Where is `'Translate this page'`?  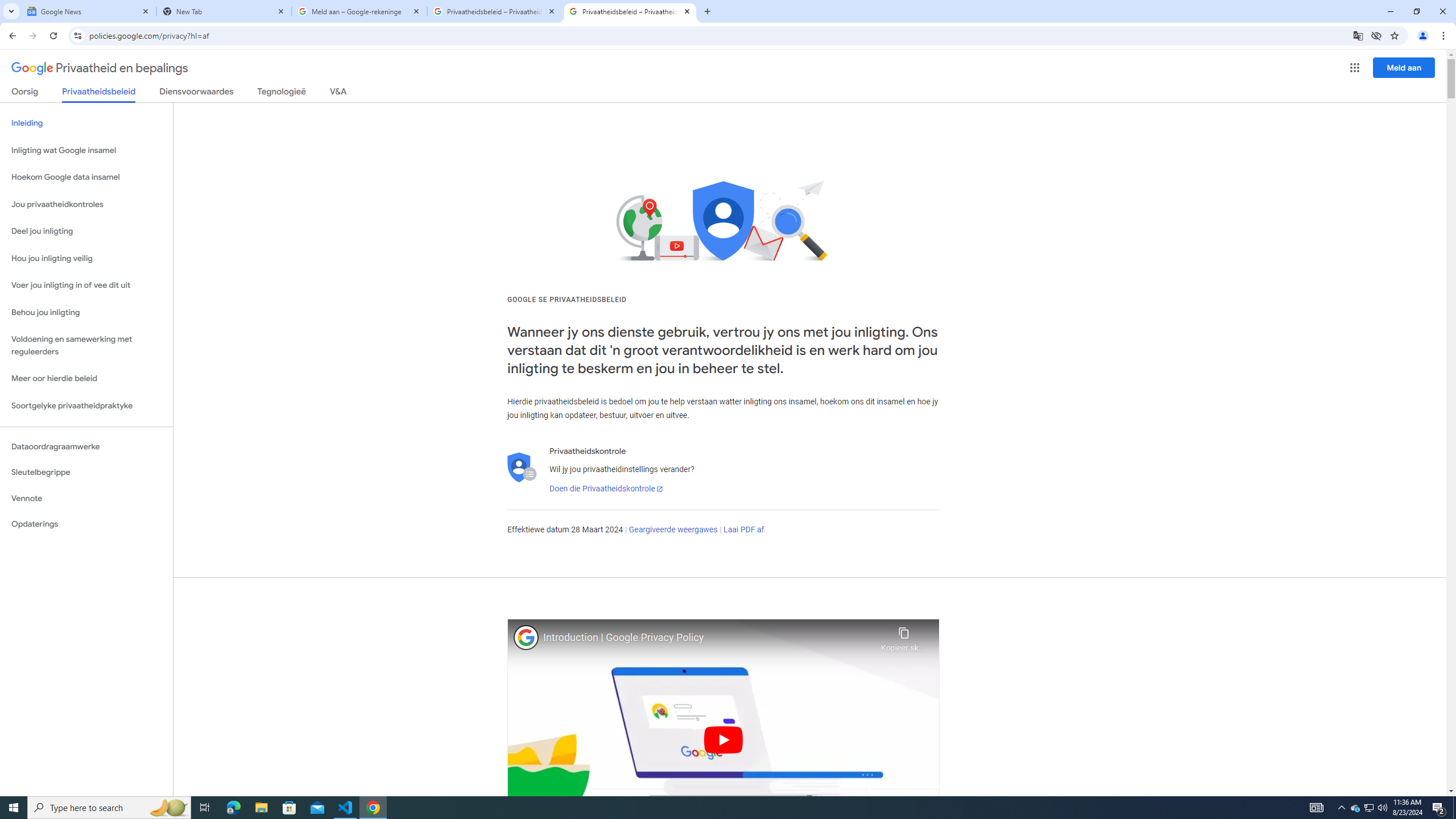
'Translate this page' is located at coordinates (1358, 35).